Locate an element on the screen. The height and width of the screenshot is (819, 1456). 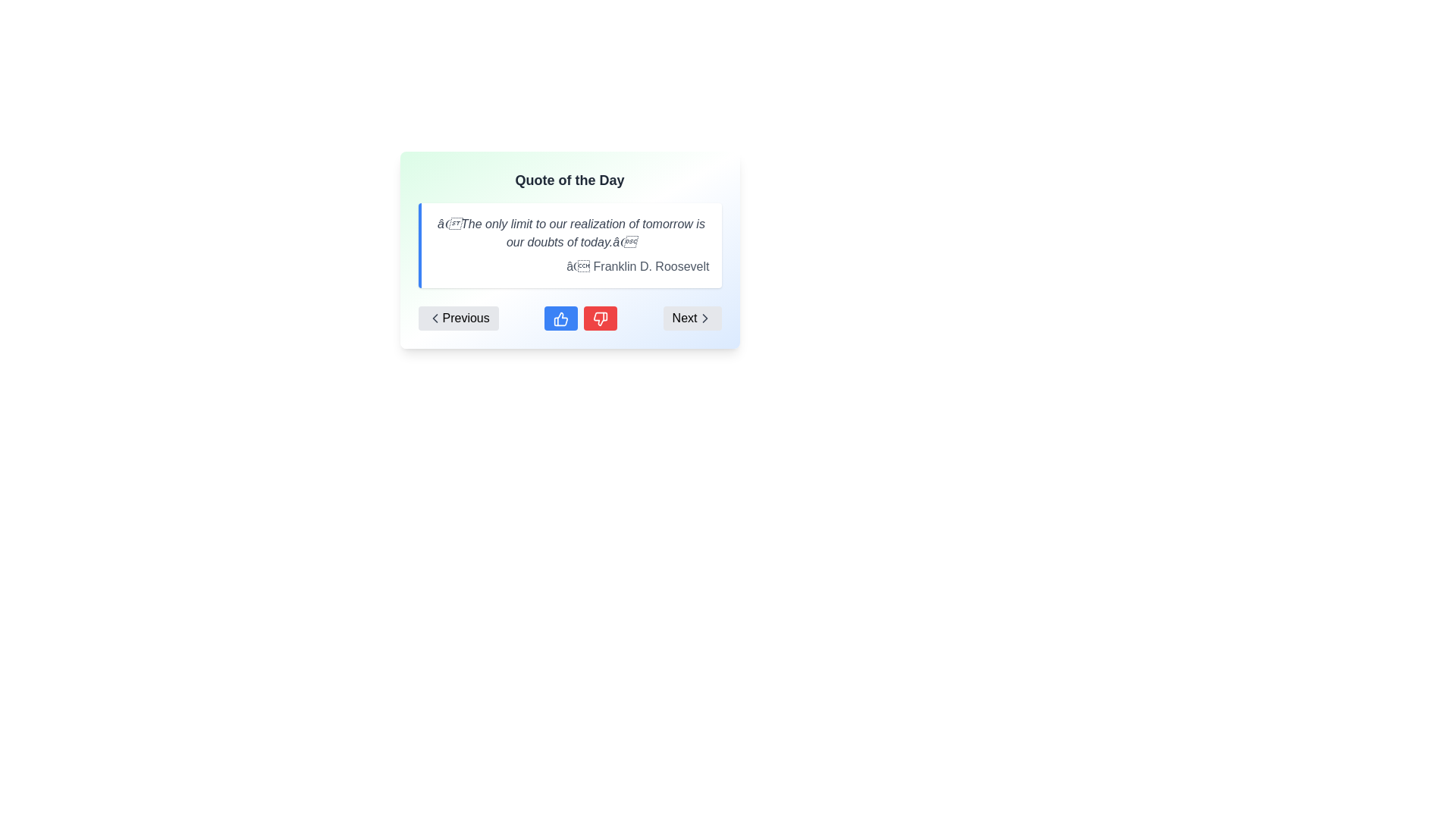
the thumbs-up icon with a blue background, which is centrally located within the second button from the left in the row below the displayed text, to like or agree is located at coordinates (560, 318).